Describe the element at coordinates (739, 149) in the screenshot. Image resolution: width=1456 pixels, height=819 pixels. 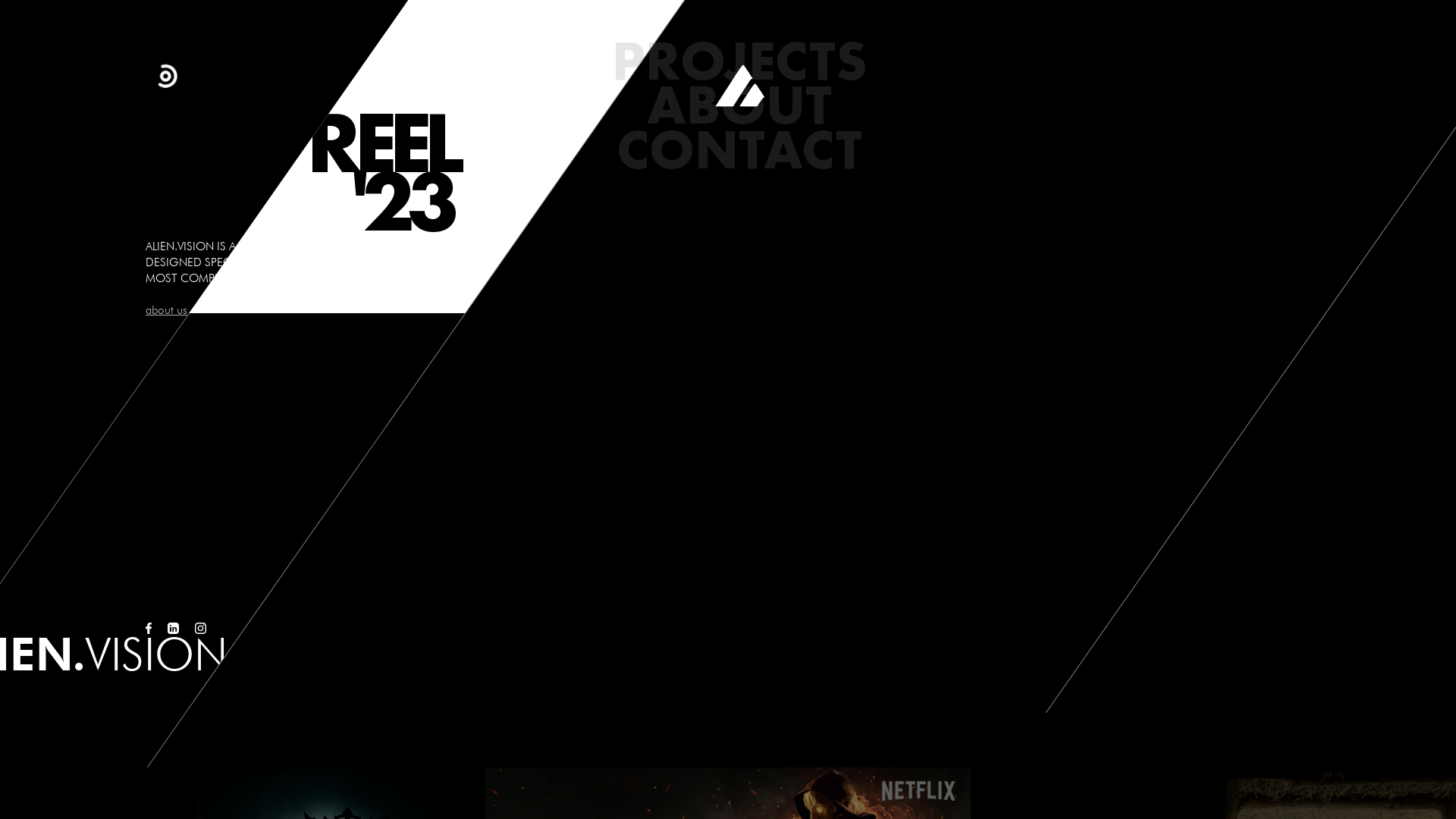
I see `'CONTACT'` at that location.